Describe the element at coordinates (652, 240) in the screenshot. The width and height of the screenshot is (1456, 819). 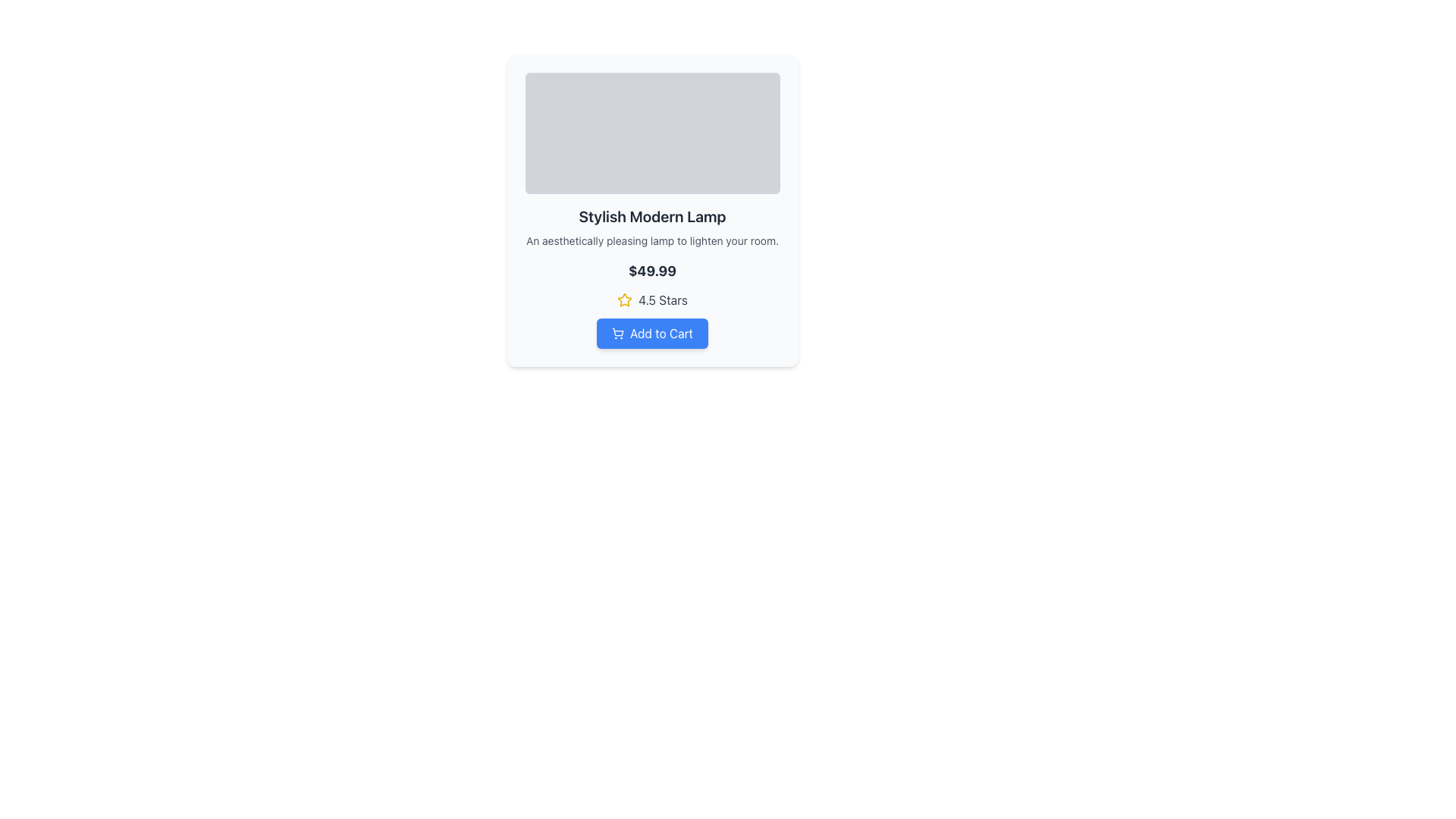
I see `the text snippet reading 'An aesthetically pleasing lamp to lighten your room.', which is styled in gray and positioned below the title 'Stylish Modern Lamp'` at that location.